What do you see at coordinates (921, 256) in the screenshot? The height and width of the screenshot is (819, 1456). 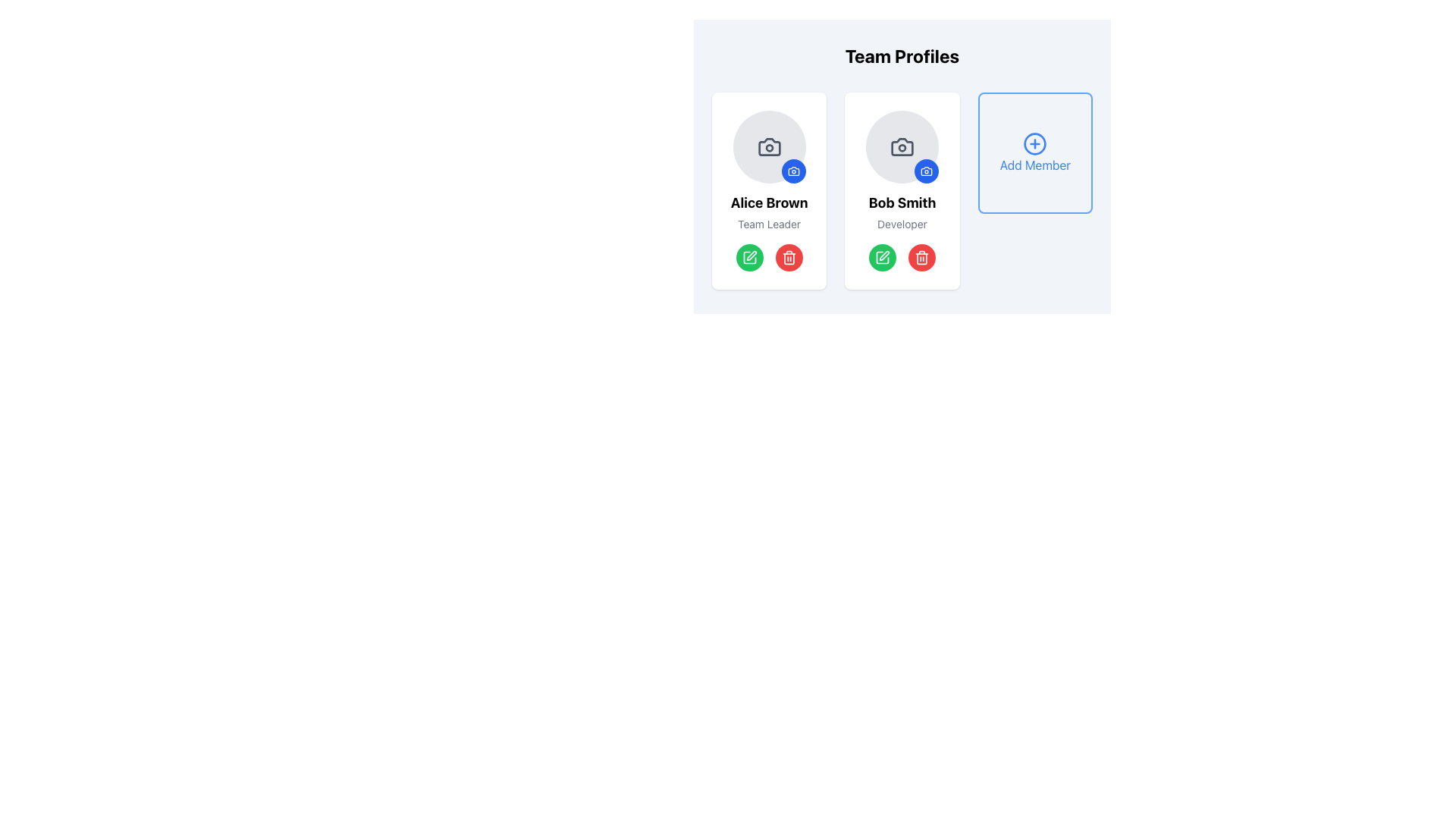 I see `the delete button located` at bounding box center [921, 256].